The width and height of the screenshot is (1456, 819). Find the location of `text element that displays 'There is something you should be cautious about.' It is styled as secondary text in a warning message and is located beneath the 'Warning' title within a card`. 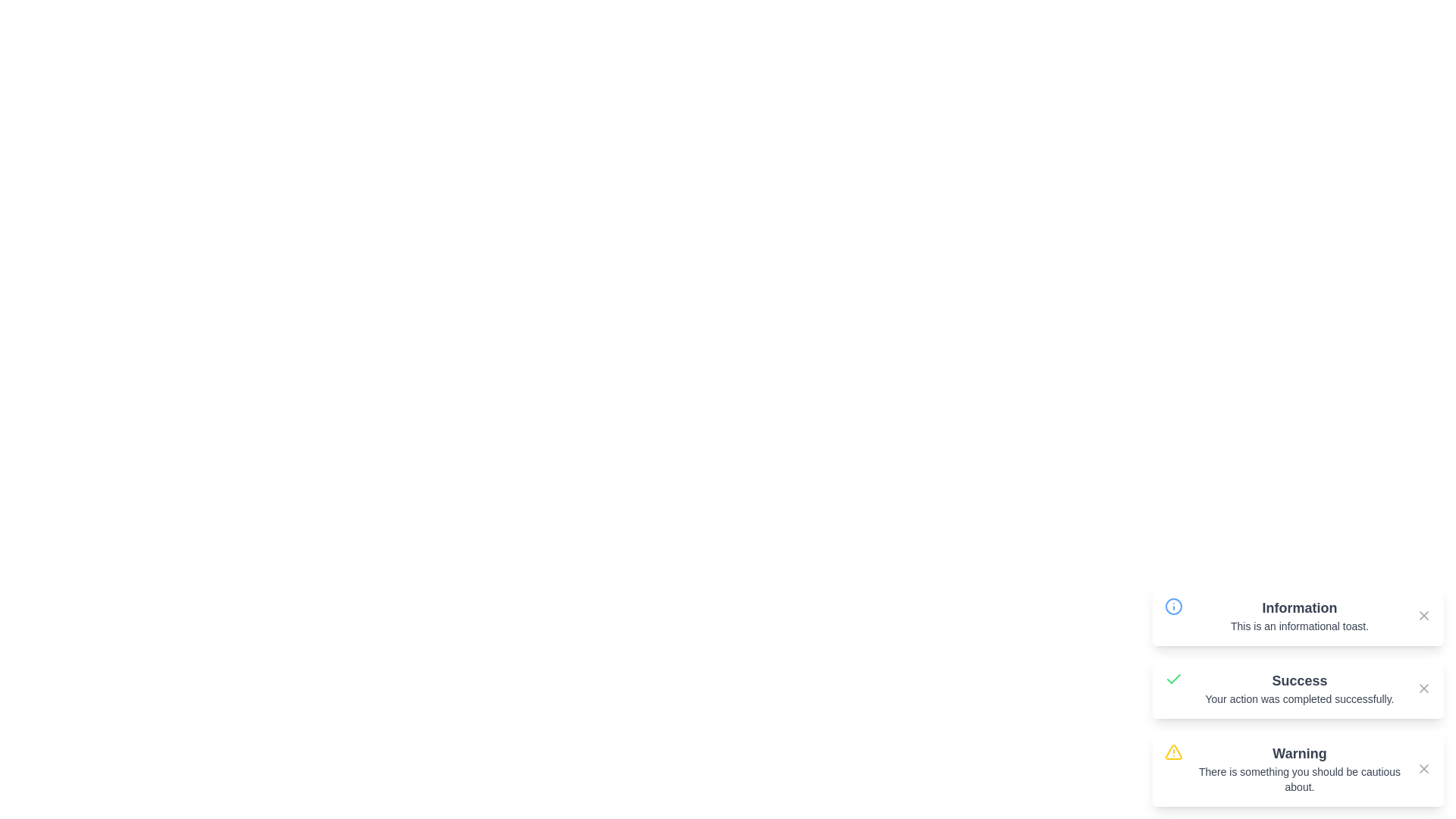

text element that displays 'There is something you should be cautious about.' It is styled as secondary text in a warning message and is located beneath the 'Warning' title within a card is located at coordinates (1298, 780).